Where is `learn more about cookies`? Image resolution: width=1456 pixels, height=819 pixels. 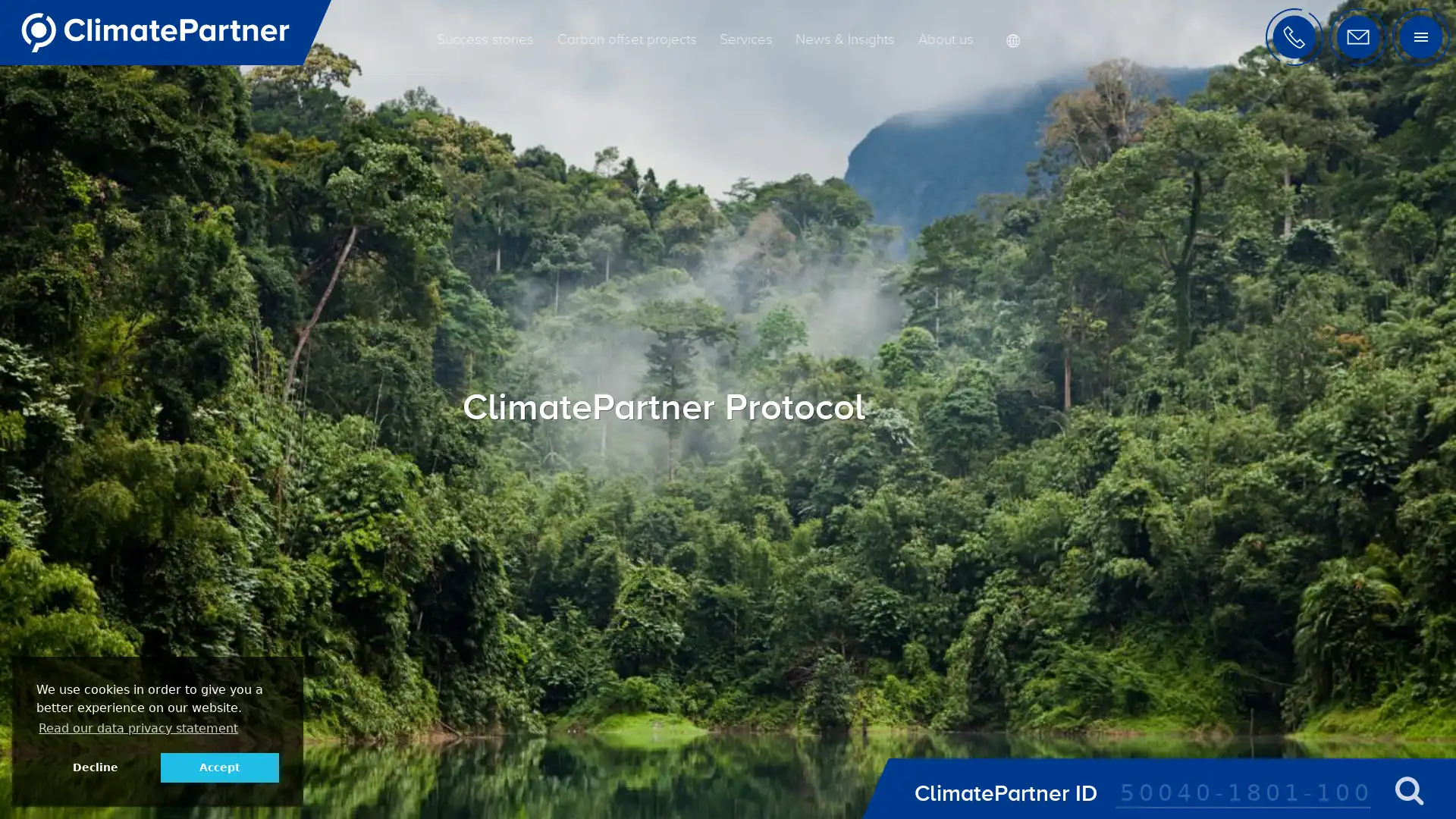 learn more about cookies is located at coordinates (138, 727).